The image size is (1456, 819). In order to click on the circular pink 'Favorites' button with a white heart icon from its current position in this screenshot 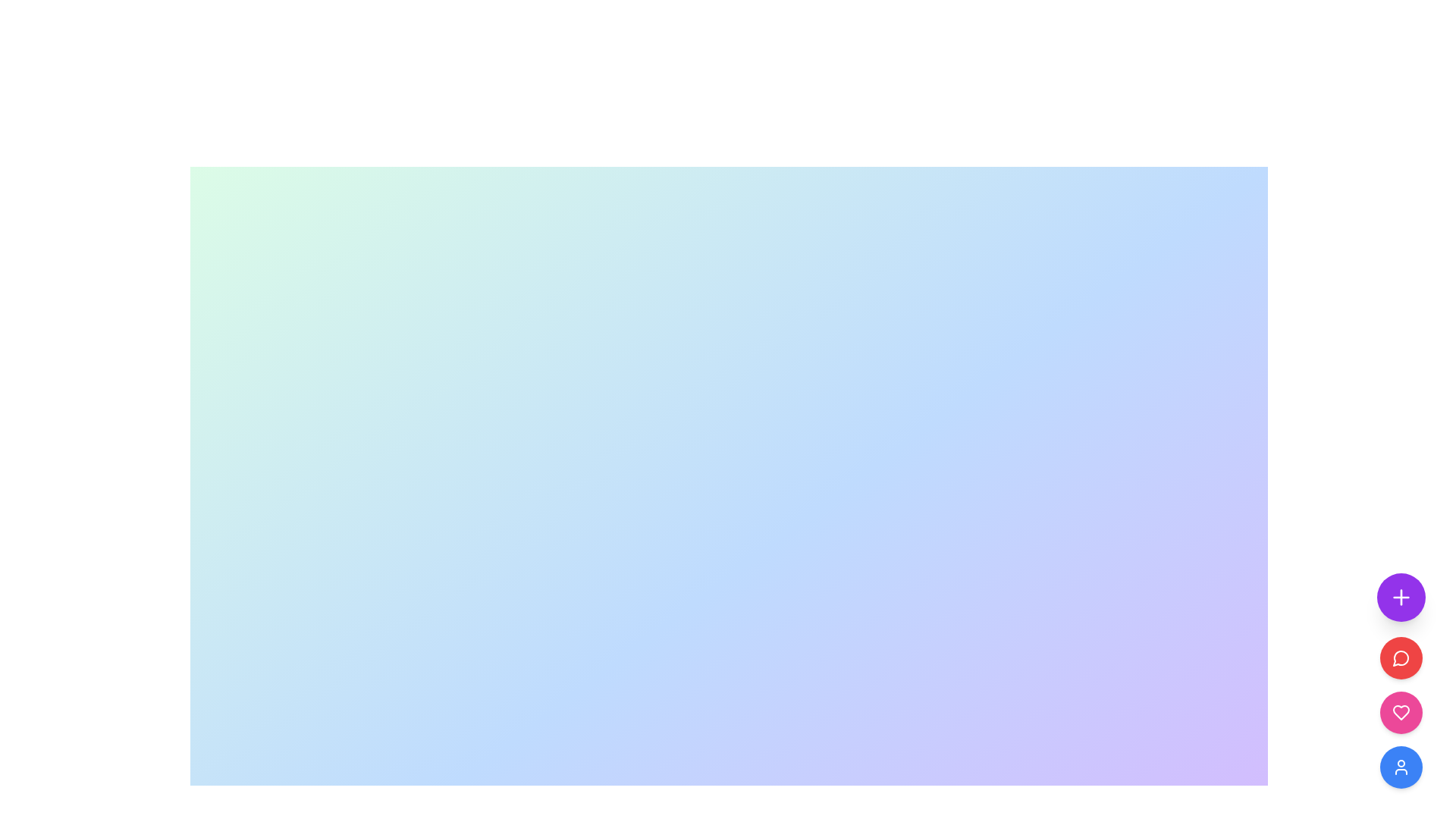, I will do `click(1401, 713)`.